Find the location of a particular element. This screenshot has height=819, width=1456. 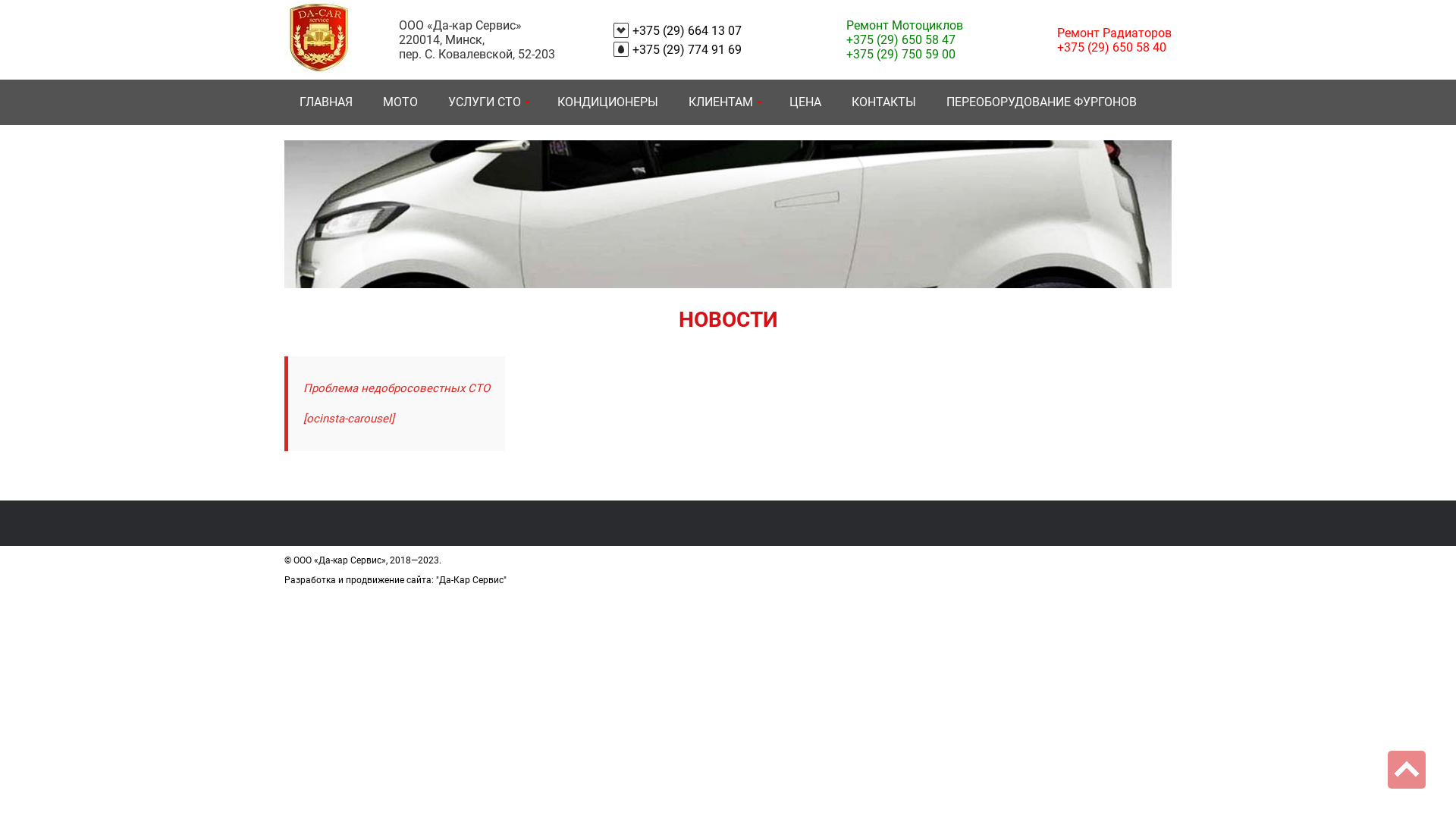

'+375 (29) 774 91 69' is located at coordinates (686, 49).